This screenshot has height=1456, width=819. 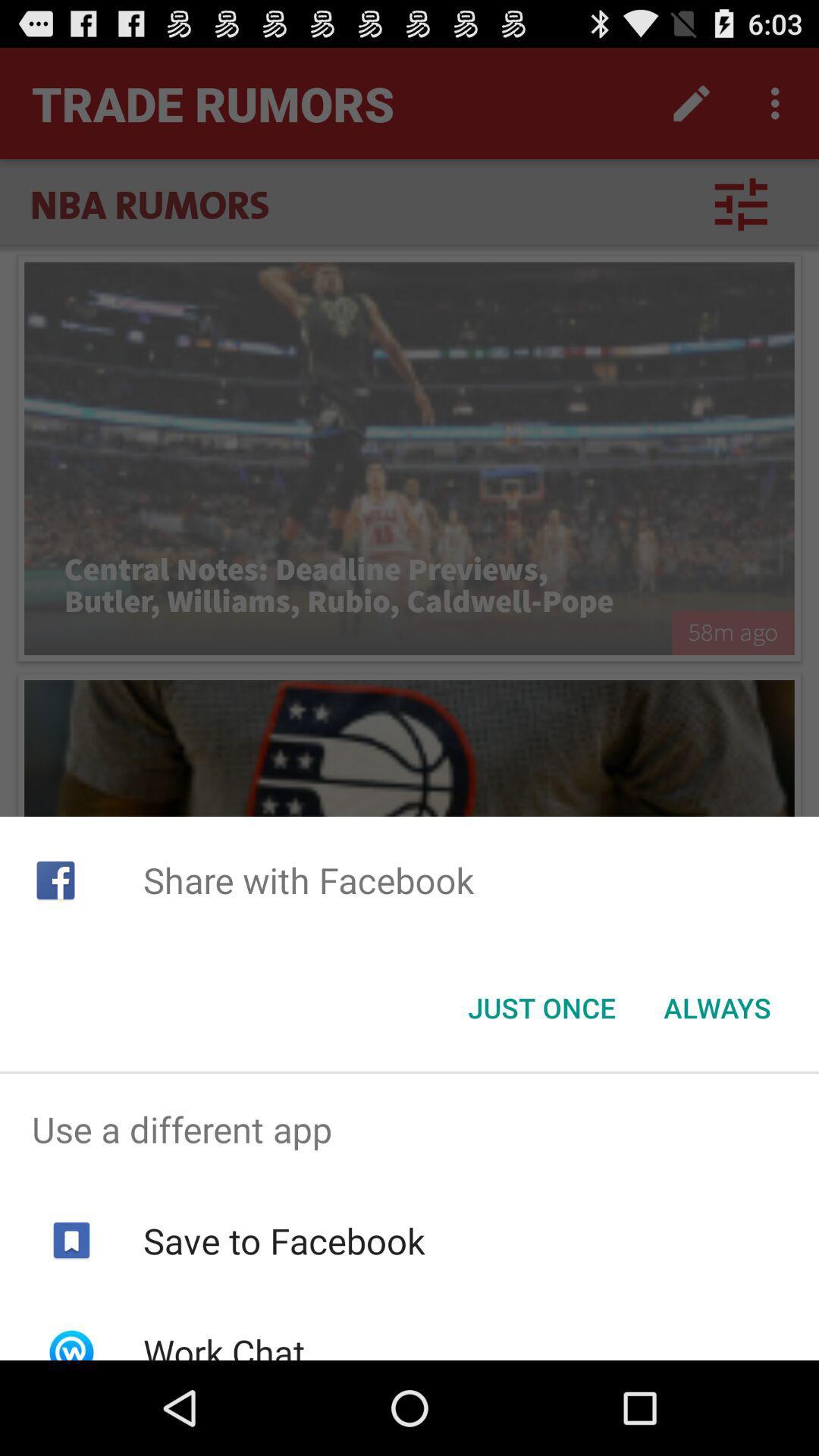 I want to click on icon above save to facebook app, so click(x=409, y=1129).